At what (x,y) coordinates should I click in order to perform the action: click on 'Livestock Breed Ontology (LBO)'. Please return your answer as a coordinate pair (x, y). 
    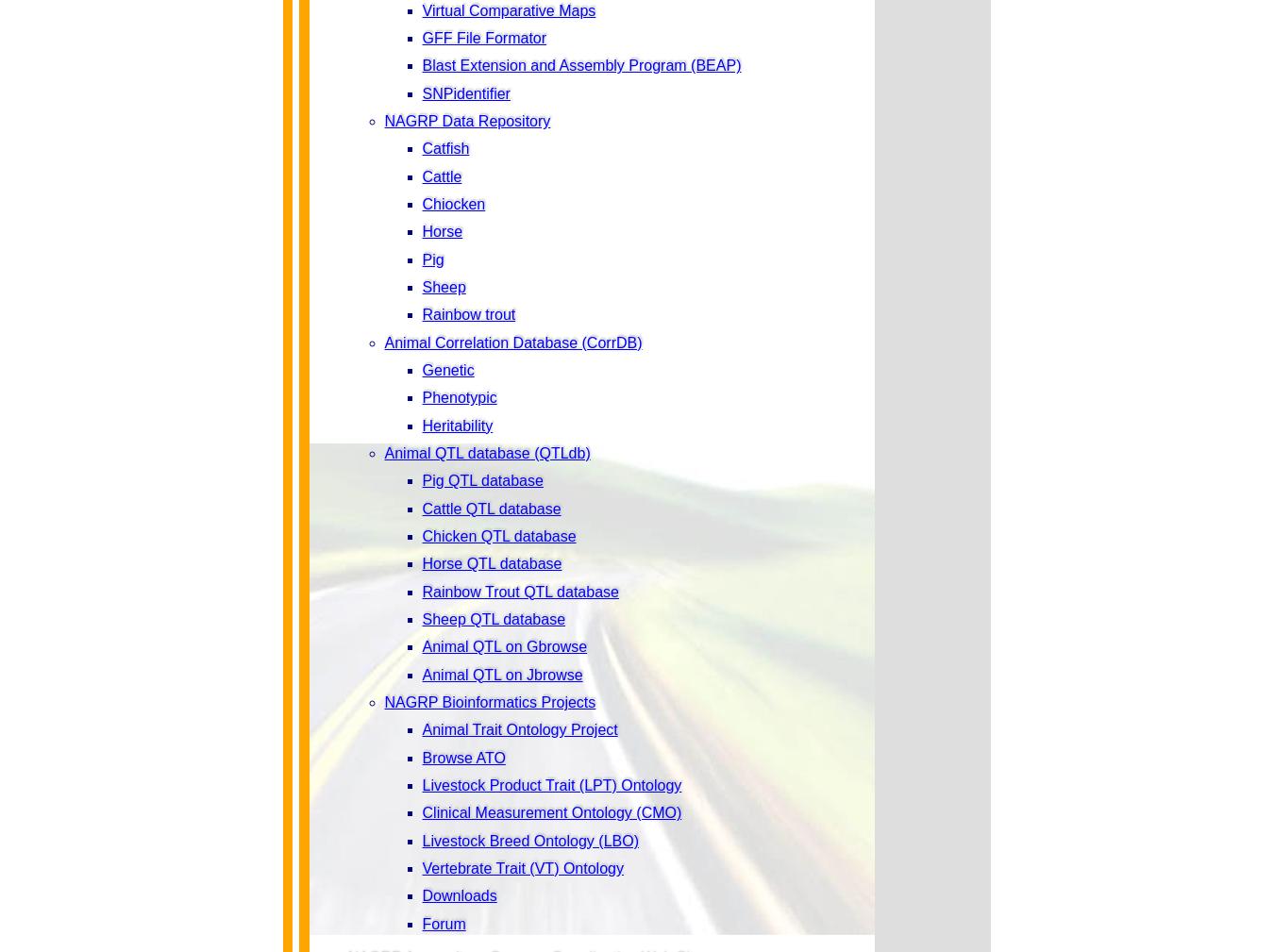
    Looking at the image, I should click on (528, 840).